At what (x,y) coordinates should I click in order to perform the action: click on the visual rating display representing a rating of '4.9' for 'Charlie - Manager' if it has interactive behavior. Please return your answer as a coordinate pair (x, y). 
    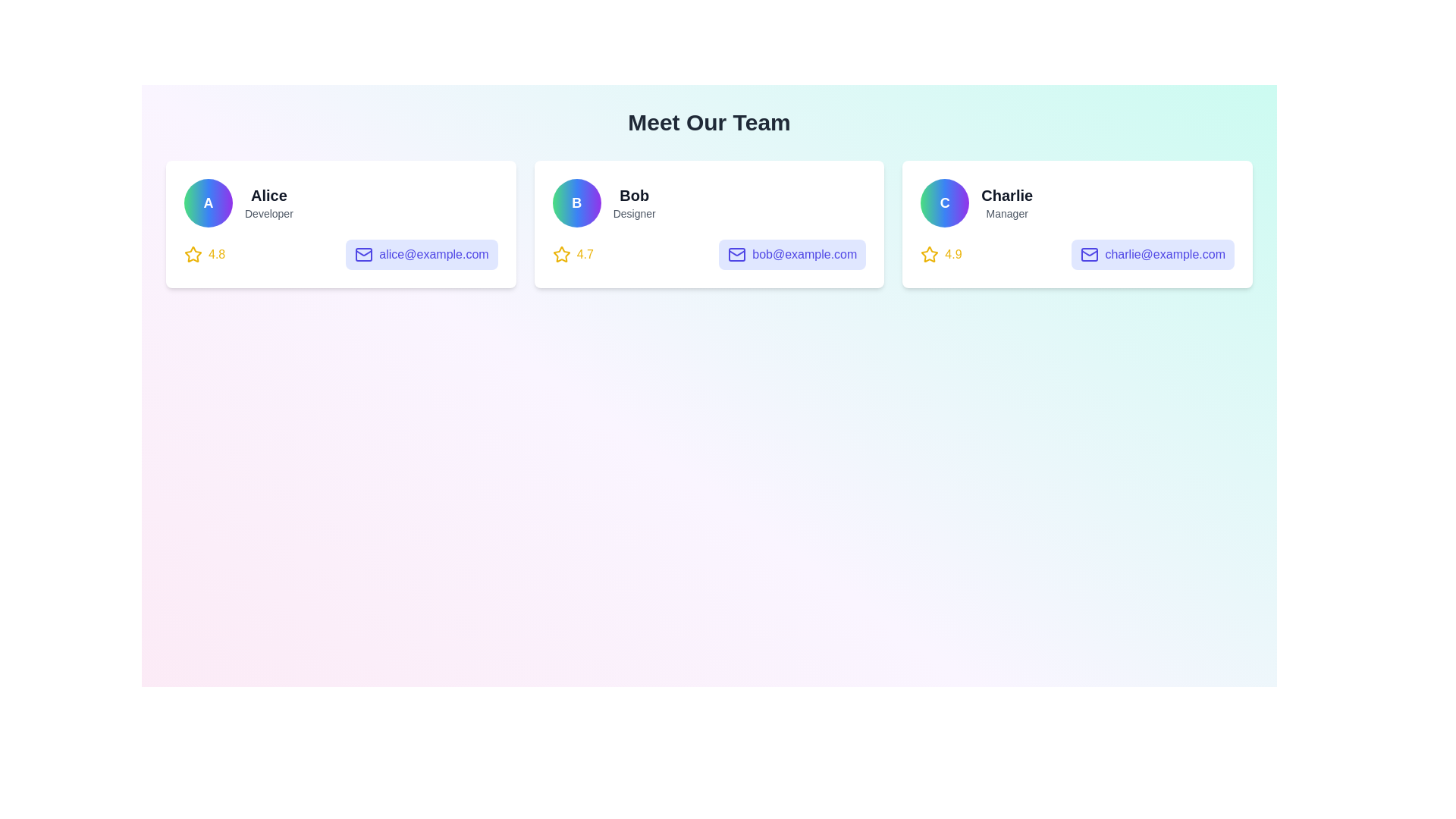
    Looking at the image, I should click on (940, 253).